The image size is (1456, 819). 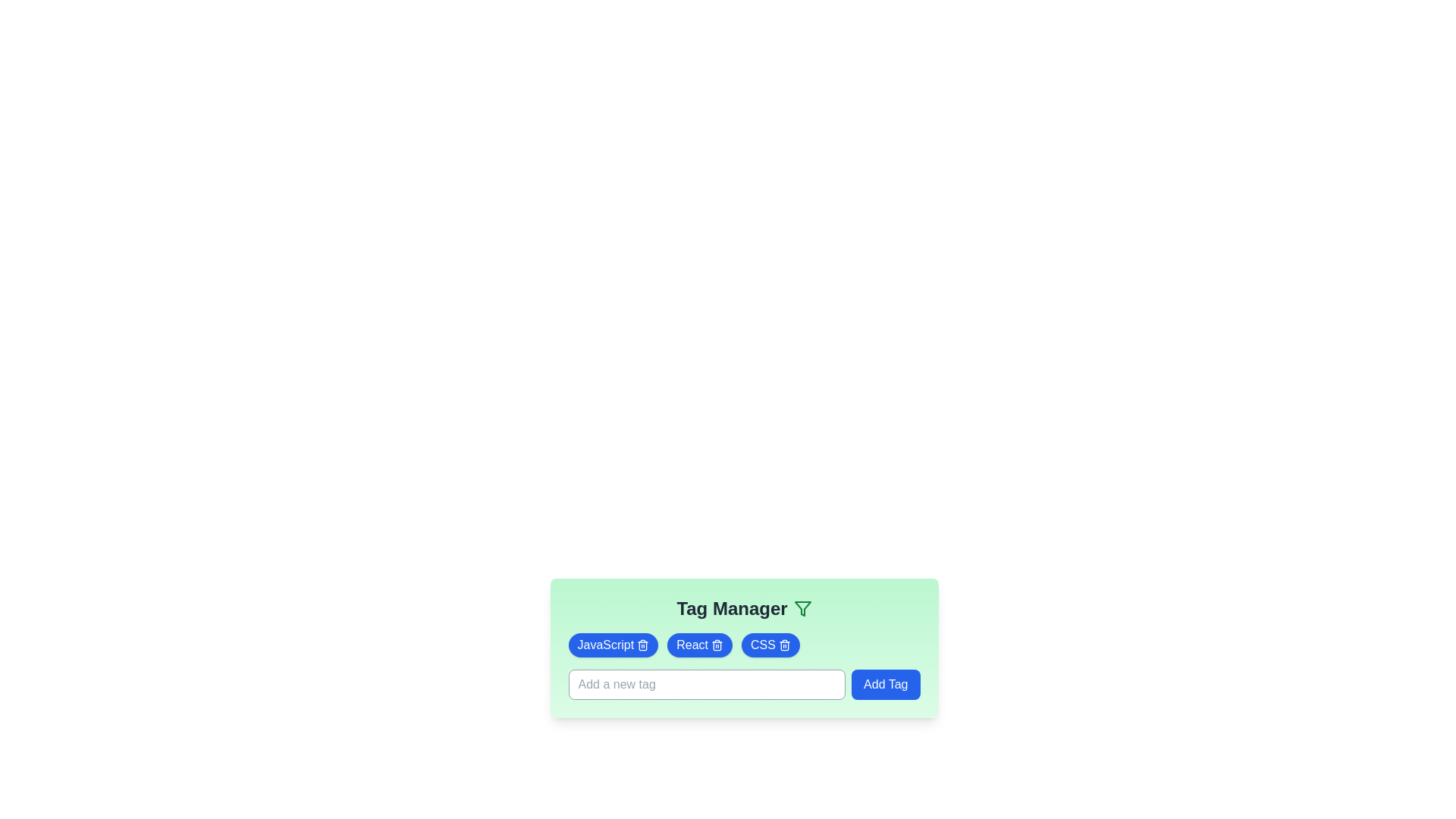 What do you see at coordinates (744, 648) in the screenshot?
I see `the delete icon associated with the 'CSS' tag button` at bounding box center [744, 648].